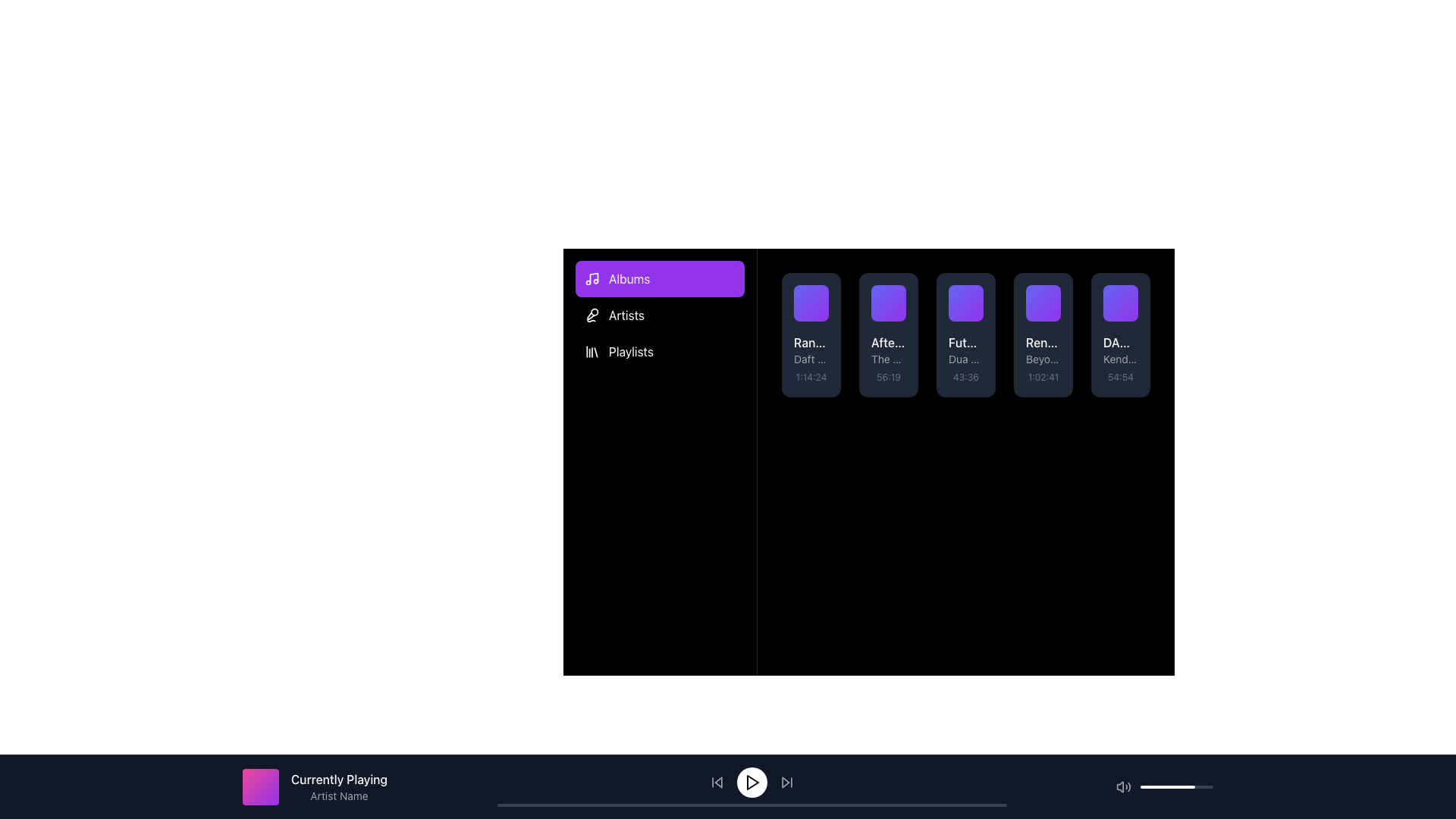  Describe the element at coordinates (1120, 786) in the screenshot. I see `on the volume control icon resembling a speaker with soundwaves located in the bottom interface of the application` at that location.